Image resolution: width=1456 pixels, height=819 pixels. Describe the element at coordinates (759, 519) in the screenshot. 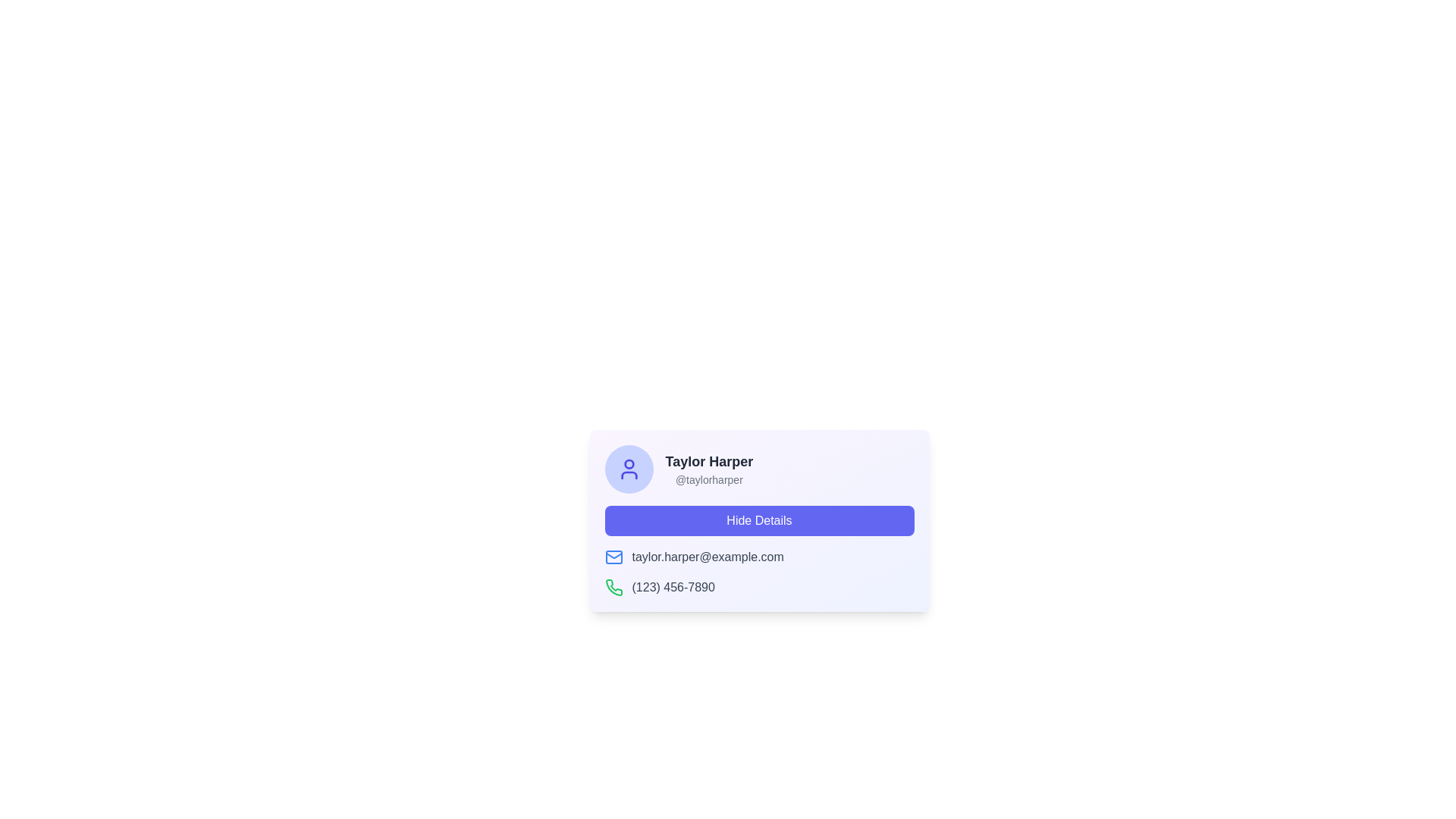

I see `the 'Hide Details' button, which is a rectangular button with rounded corners and an indigo gradient color` at that location.